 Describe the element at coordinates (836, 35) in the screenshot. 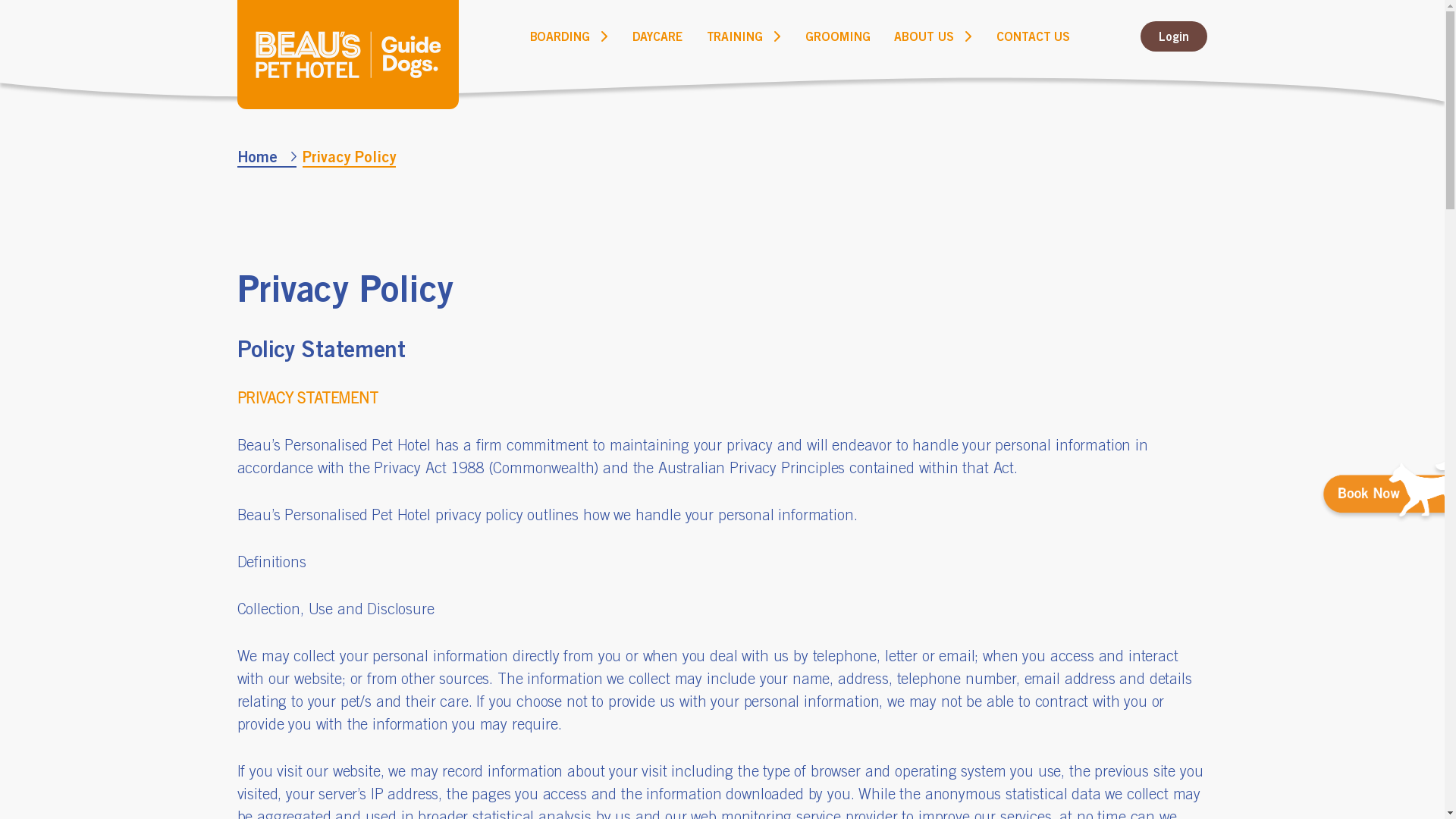

I see `'GROOMING'` at that location.